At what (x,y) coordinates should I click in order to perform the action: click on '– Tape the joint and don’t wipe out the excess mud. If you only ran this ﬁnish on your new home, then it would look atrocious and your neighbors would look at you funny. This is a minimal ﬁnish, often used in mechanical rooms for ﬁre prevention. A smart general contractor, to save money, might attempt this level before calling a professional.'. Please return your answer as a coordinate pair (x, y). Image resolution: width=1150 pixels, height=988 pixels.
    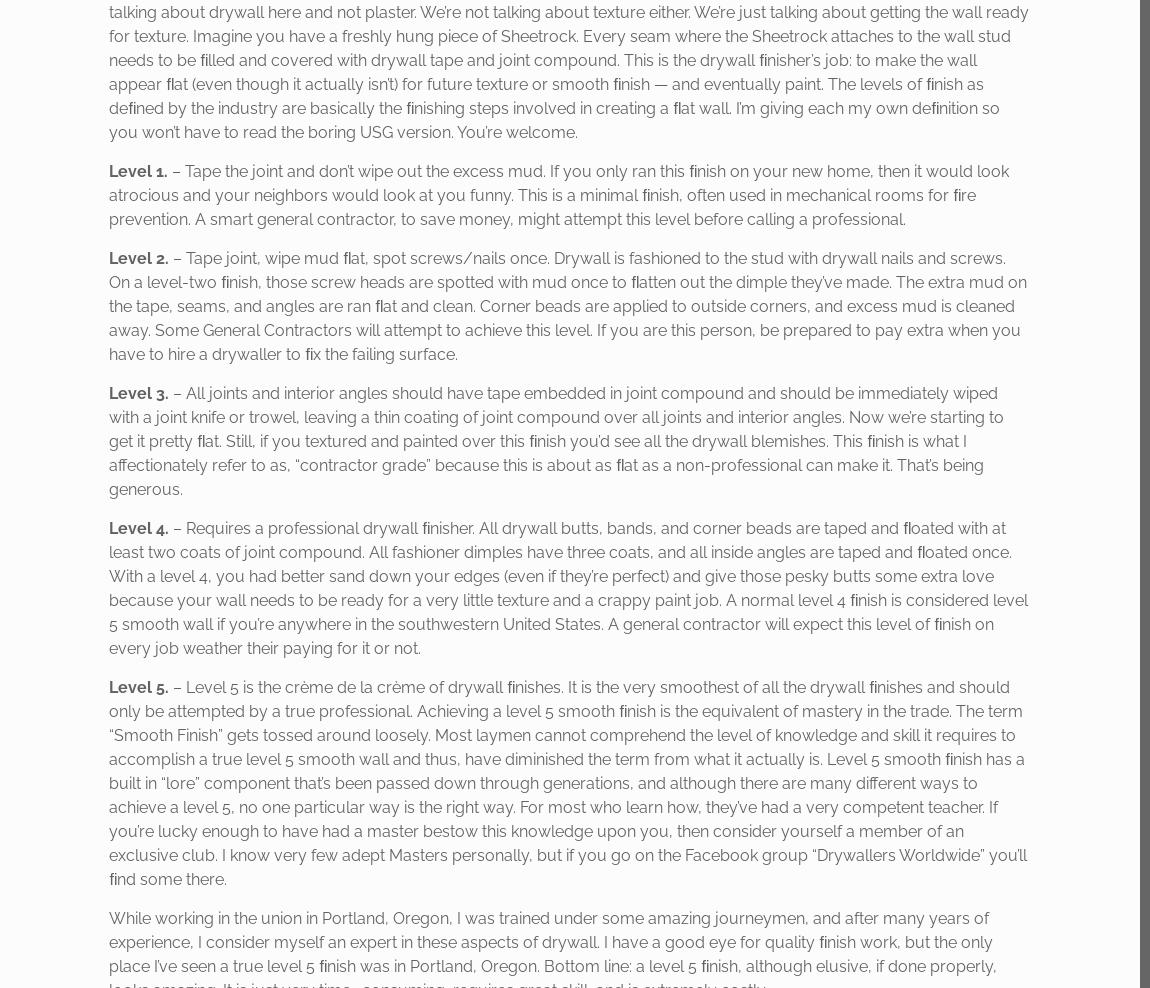
    Looking at the image, I should click on (108, 195).